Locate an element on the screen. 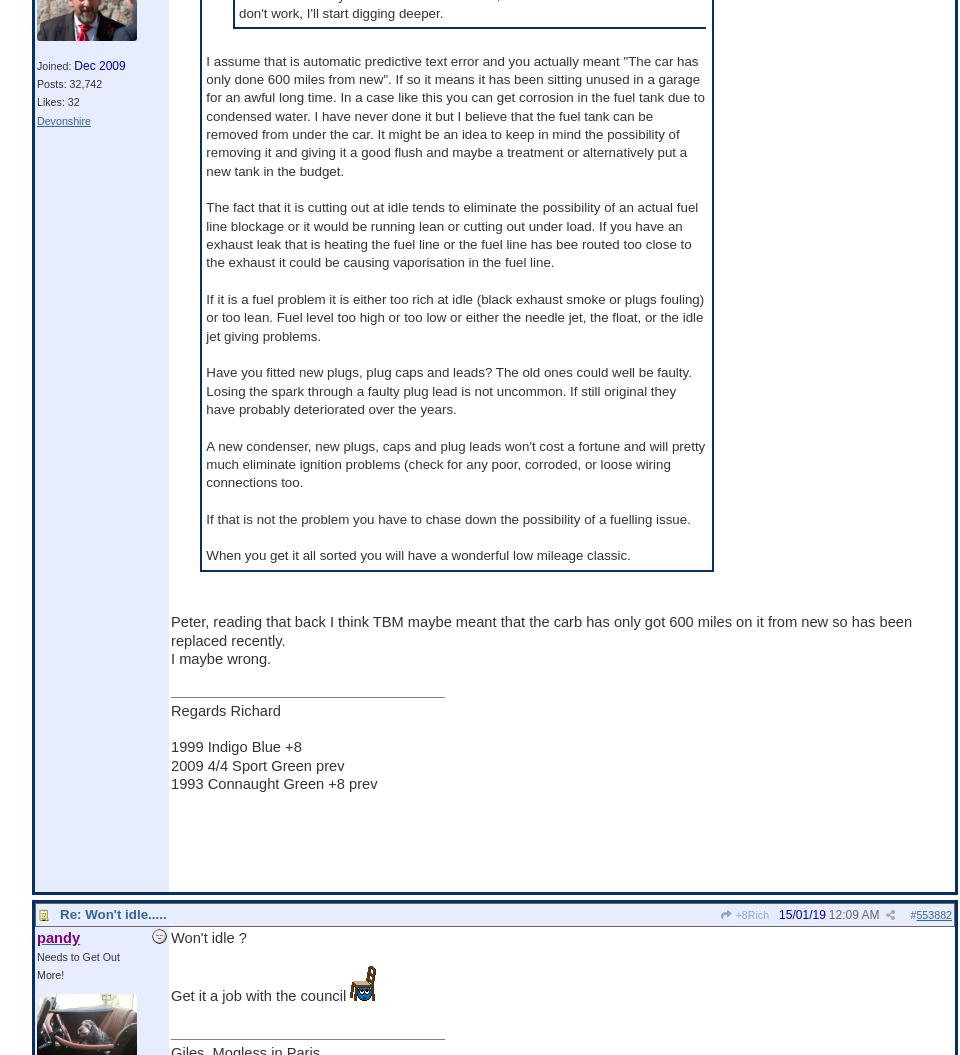 Image resolution: width=960 pixels, height=1055 pixels. 'If that is not the problem you have to chase down the possibility of a fuelling issue.' is located at coordinates (206, 518).